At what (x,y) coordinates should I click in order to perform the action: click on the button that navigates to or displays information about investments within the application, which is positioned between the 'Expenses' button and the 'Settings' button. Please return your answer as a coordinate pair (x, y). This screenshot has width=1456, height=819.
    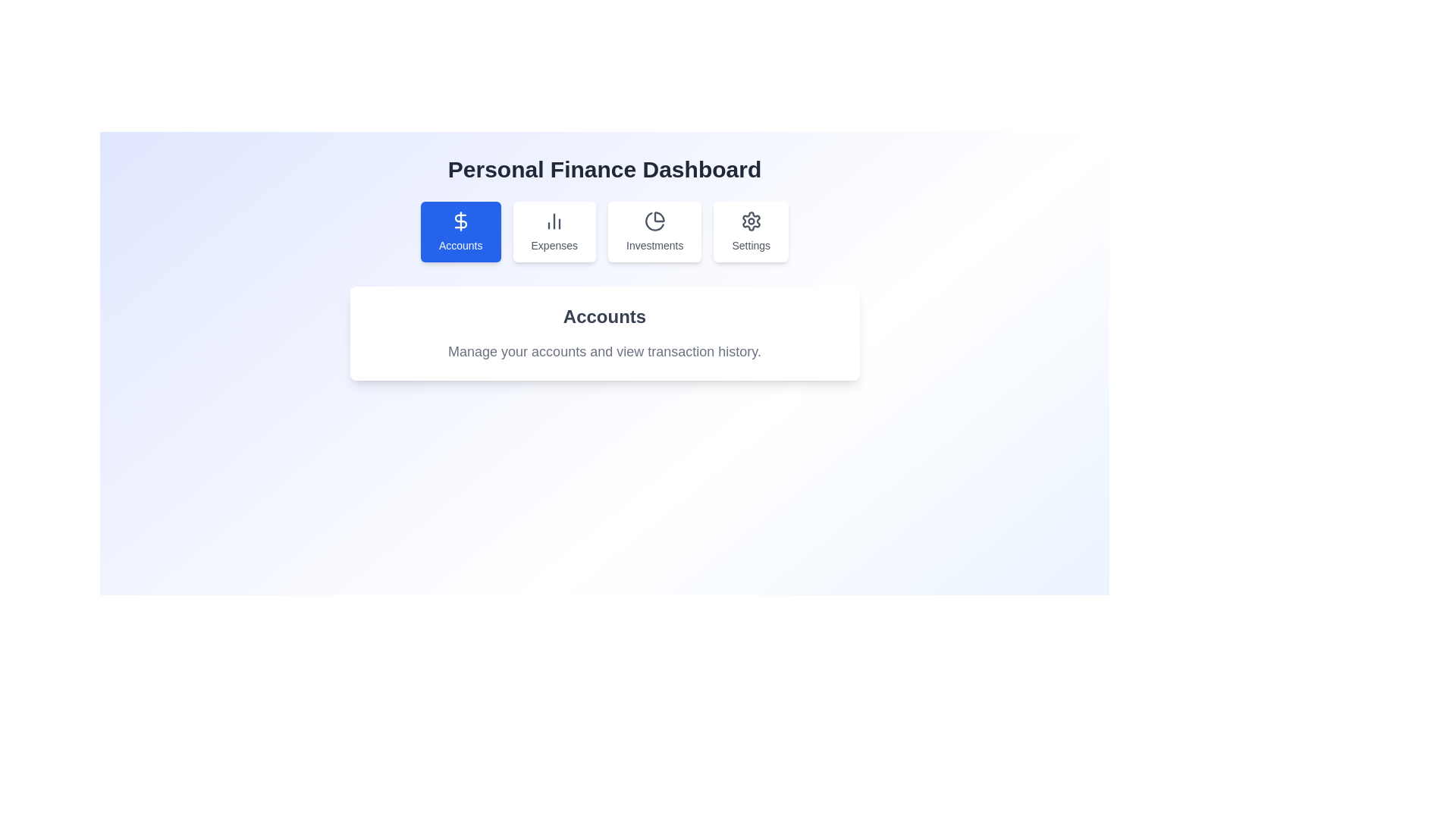
    Looking at the image, I should click on (654, 231).